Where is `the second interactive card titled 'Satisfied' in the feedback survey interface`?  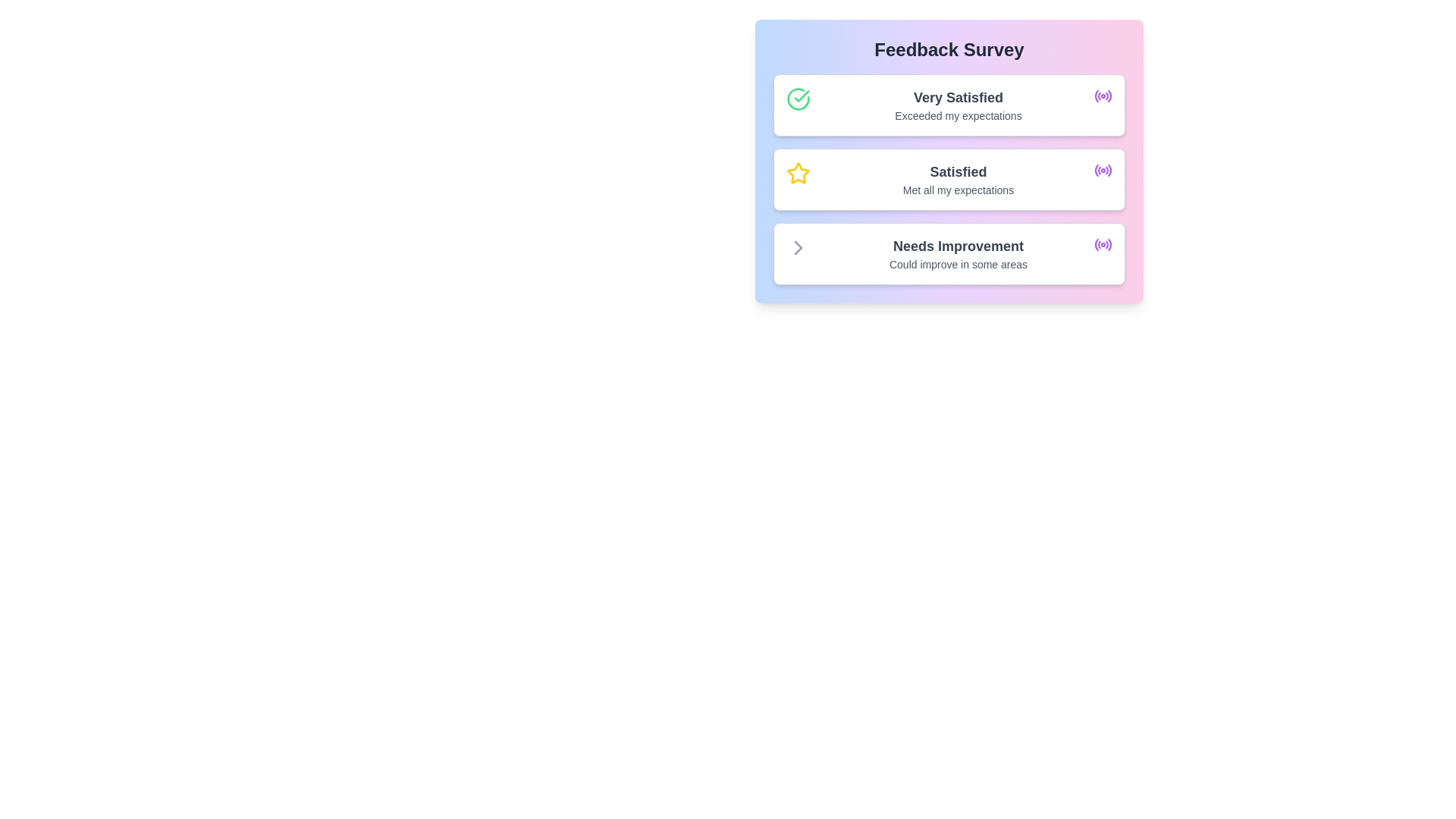
the second interactive card titled 'Satisfied' in the feedback survey interface is located at coordinates (949, 161).